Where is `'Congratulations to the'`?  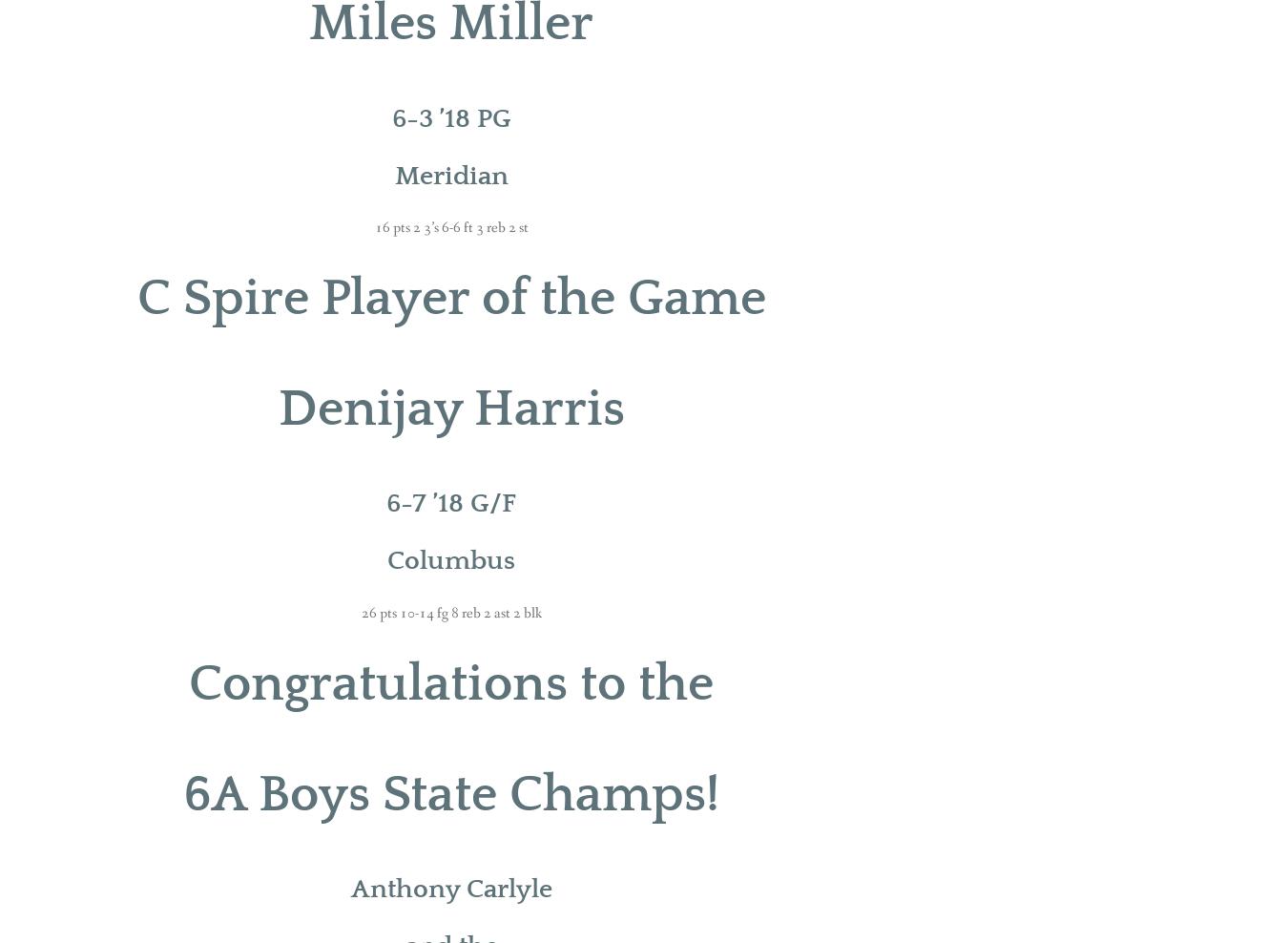
'Congratulations to the' is located at coordinates (189, 683).